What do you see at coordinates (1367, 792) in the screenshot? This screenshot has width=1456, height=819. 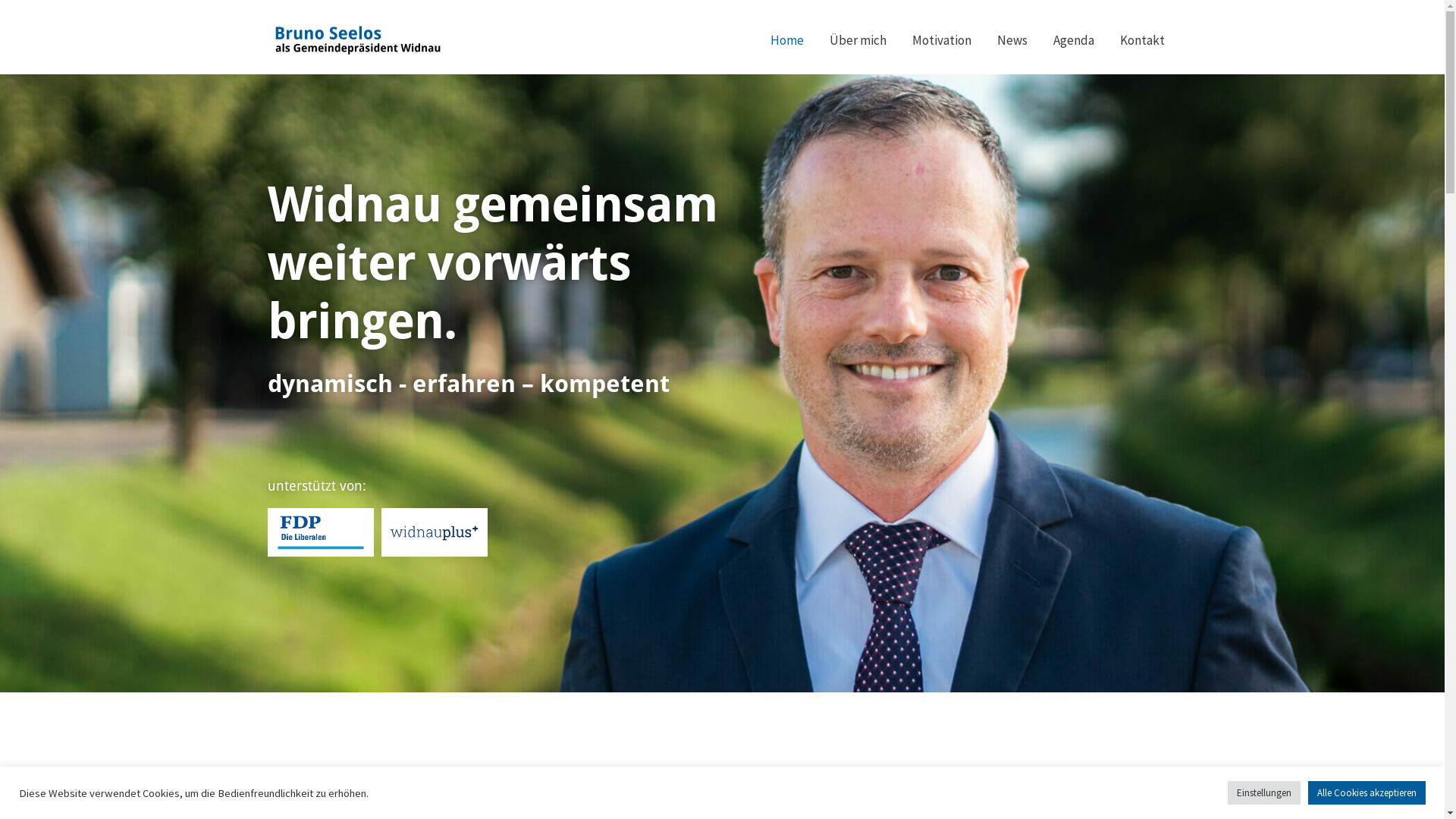 I see `'Alle Cookies akzeptieren'` at bounding box center [1367, 792].